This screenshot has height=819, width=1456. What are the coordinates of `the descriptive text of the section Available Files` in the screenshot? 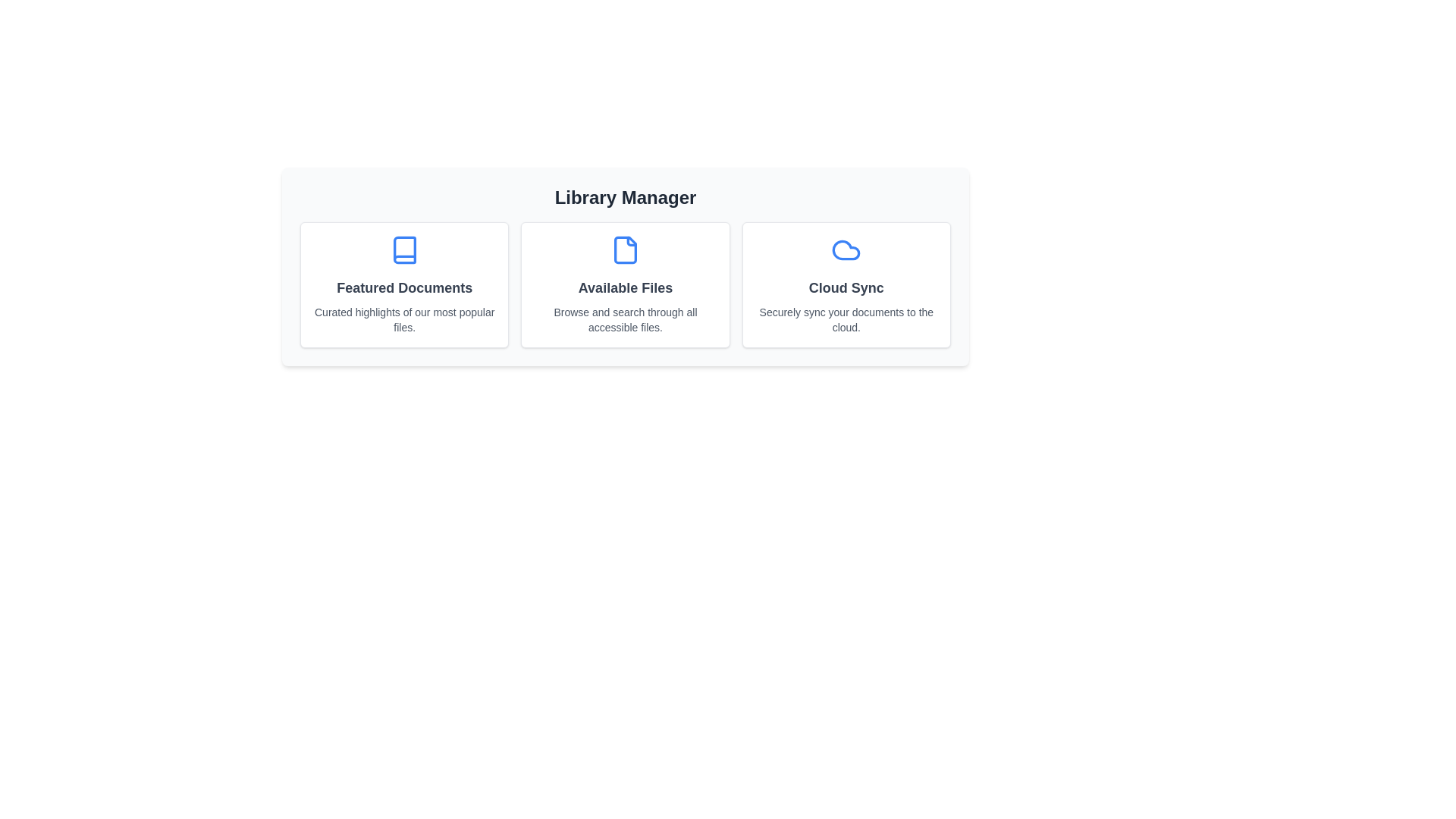 It's located at (626, 318).